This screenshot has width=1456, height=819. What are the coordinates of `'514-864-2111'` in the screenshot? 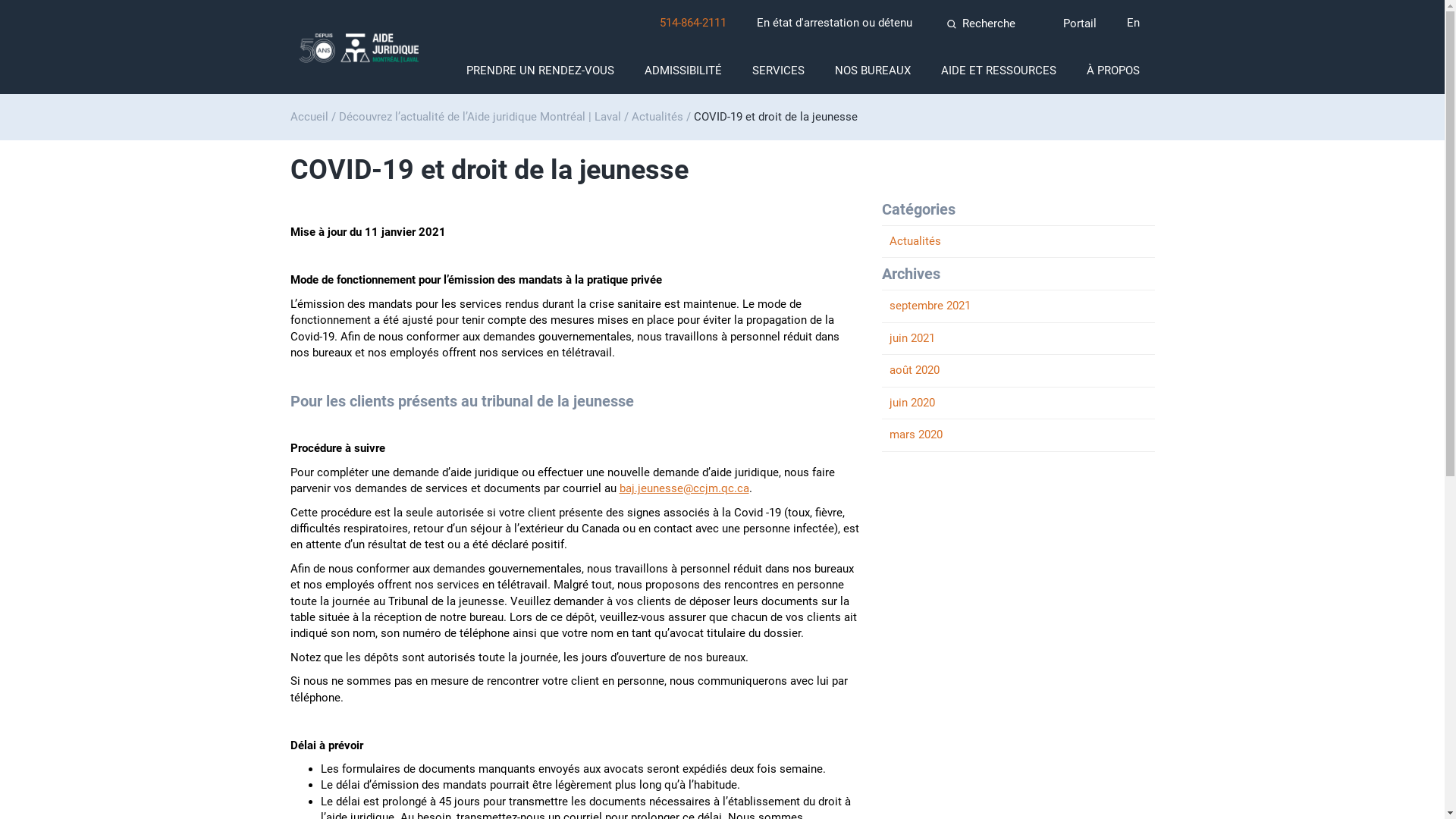 It's located at (659, 23).